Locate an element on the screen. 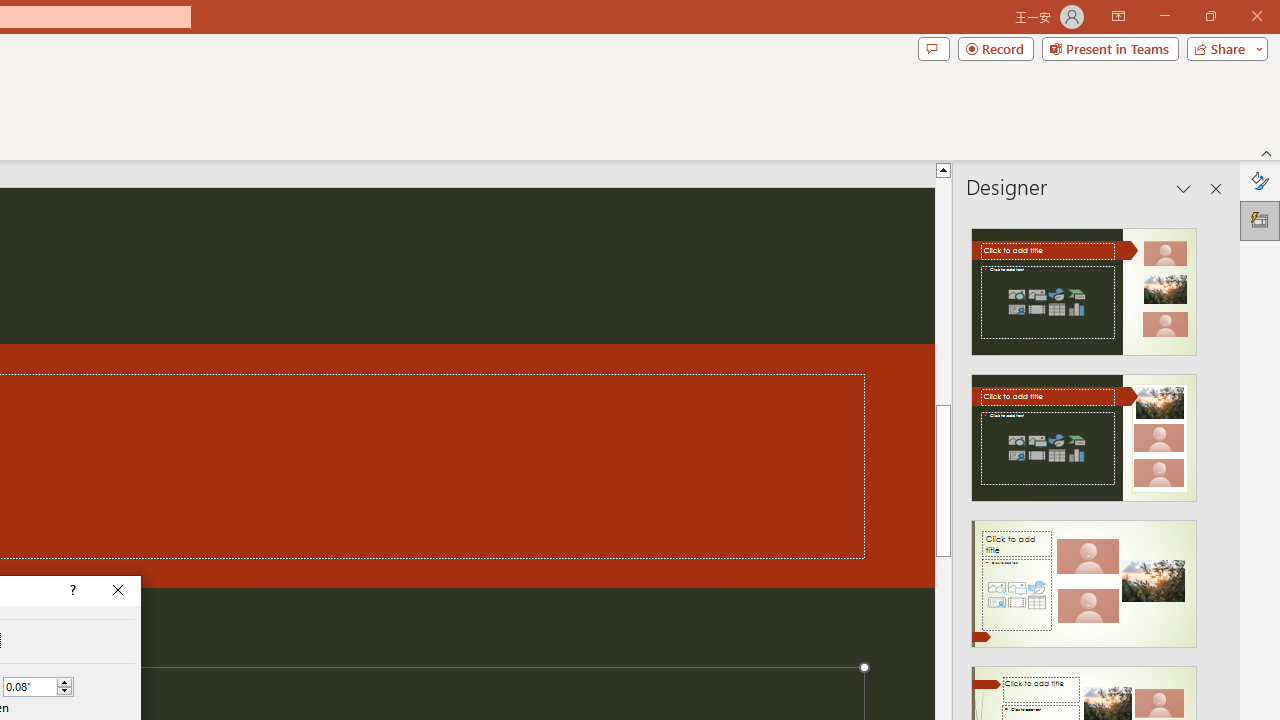 This screenshot has height=720, width=1280. 'Context help' is located at coordinates (71, 590).